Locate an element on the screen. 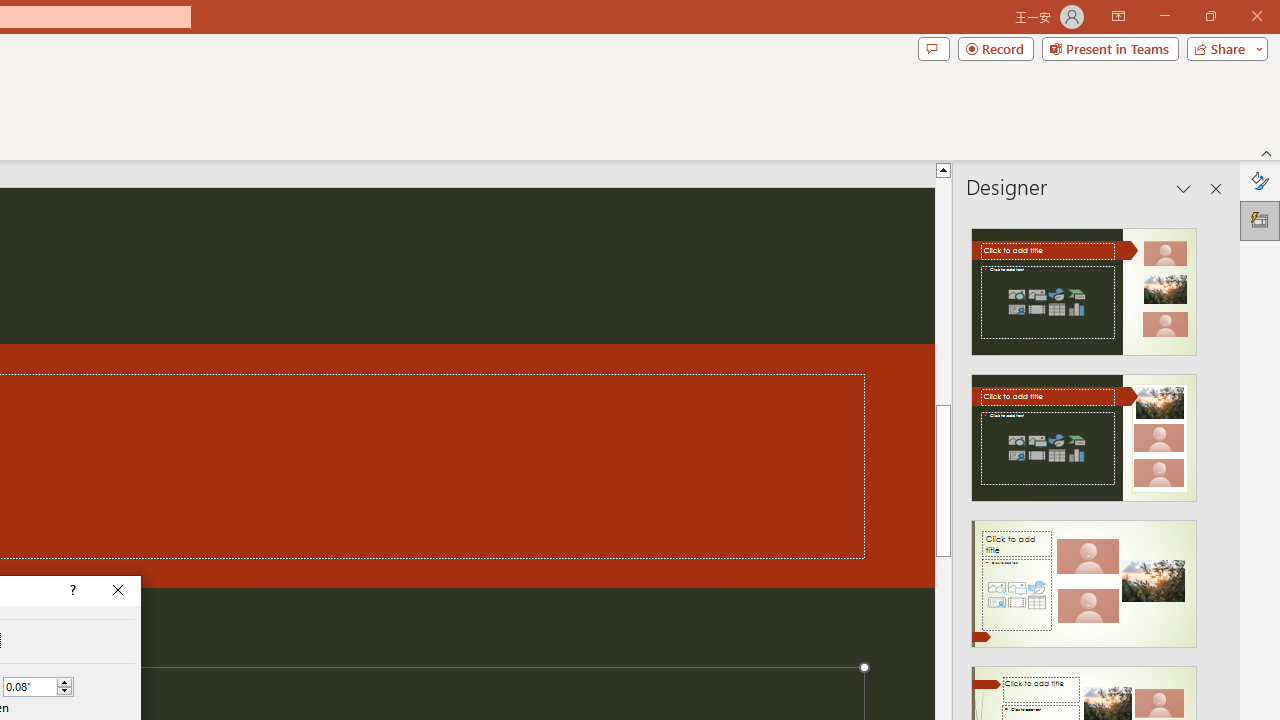 This screenshot has height=720, width=1280. 'Context help' is located at coordinates (71, 590).